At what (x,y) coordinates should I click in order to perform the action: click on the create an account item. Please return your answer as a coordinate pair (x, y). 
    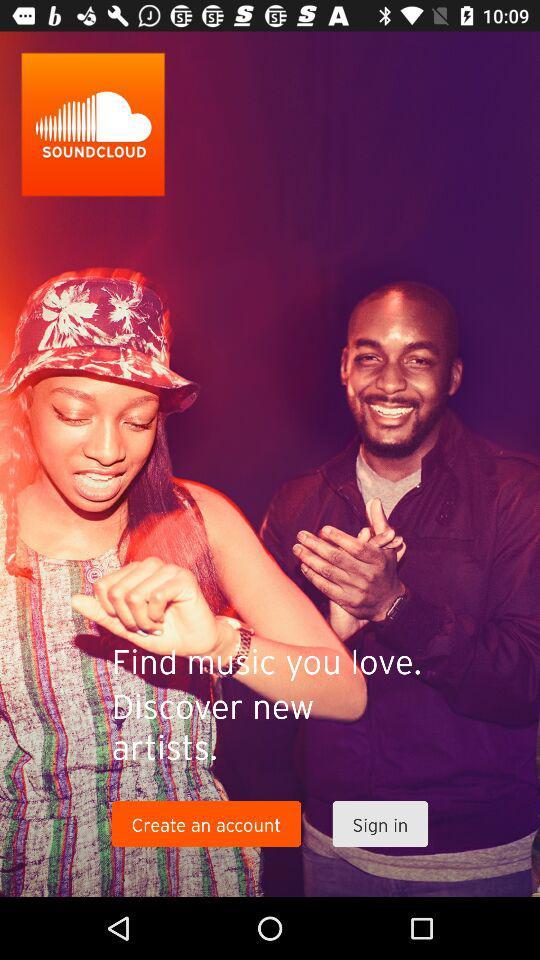
    Looking at the image, I should click on (205, 824).